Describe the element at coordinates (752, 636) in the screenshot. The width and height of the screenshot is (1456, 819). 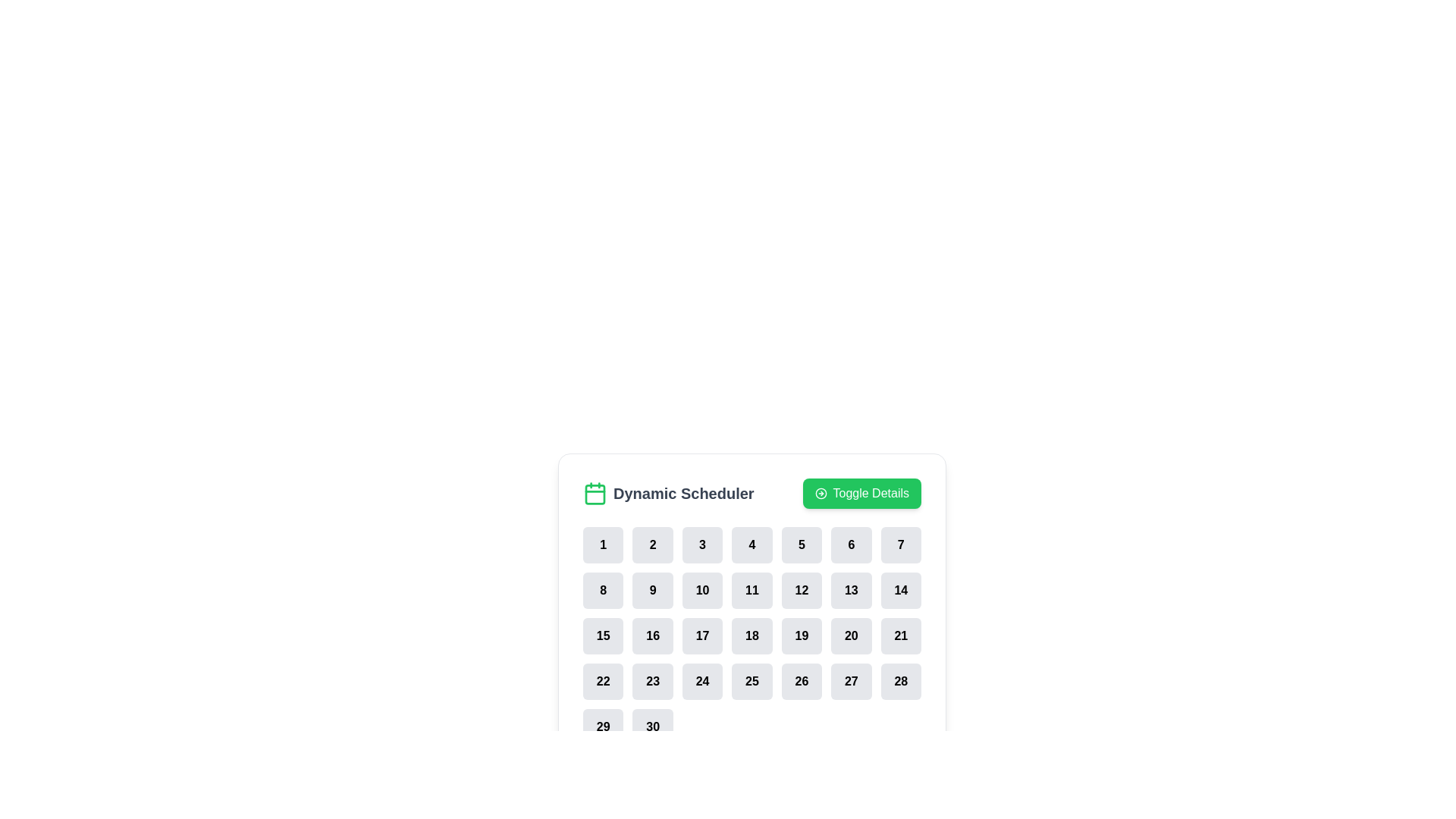
I see `a cell in the grid layout of the 'Dynamic Scheduler'` at that location.